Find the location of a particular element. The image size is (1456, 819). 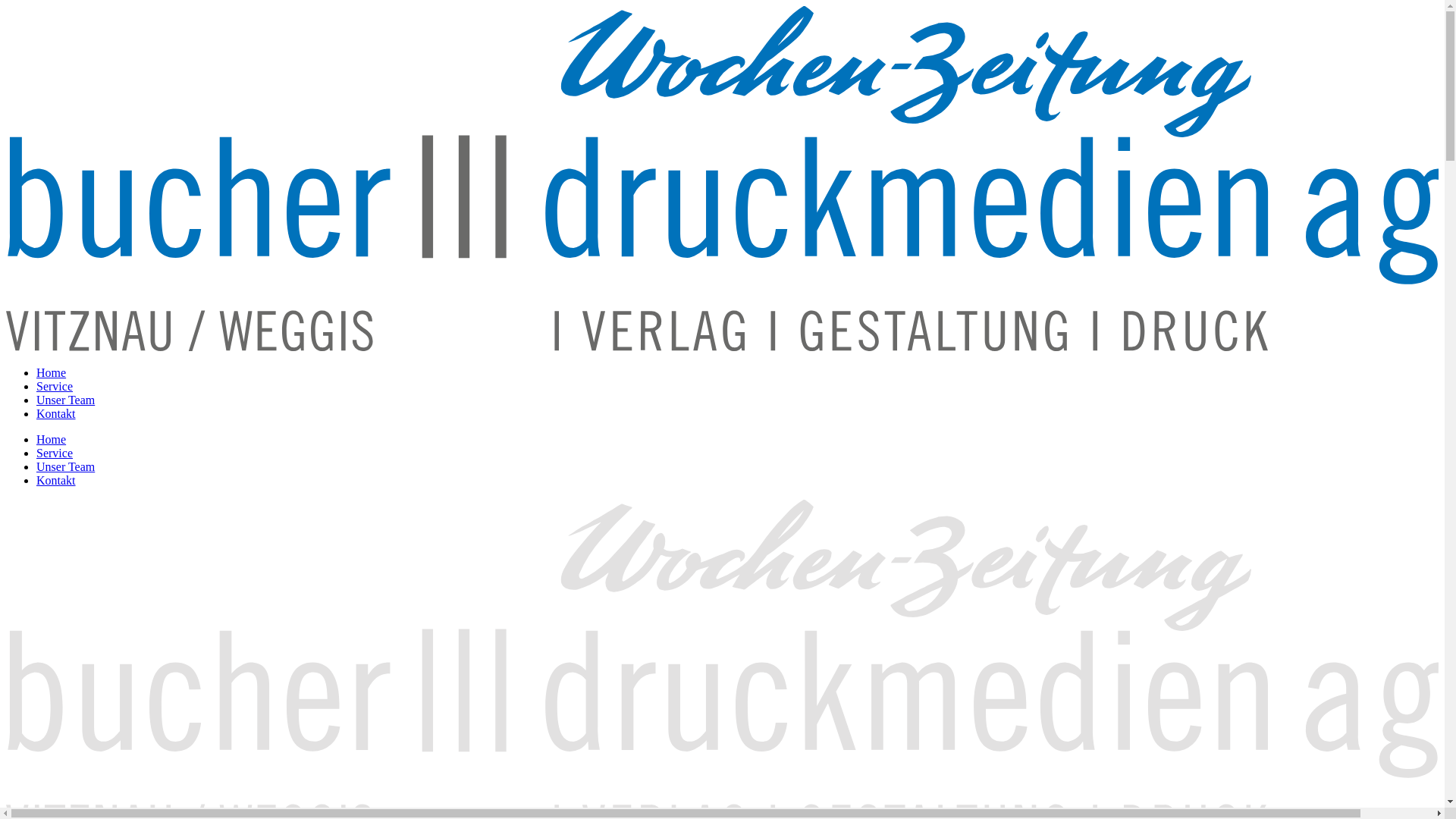

'Service' is located at coordinates (36, 385).